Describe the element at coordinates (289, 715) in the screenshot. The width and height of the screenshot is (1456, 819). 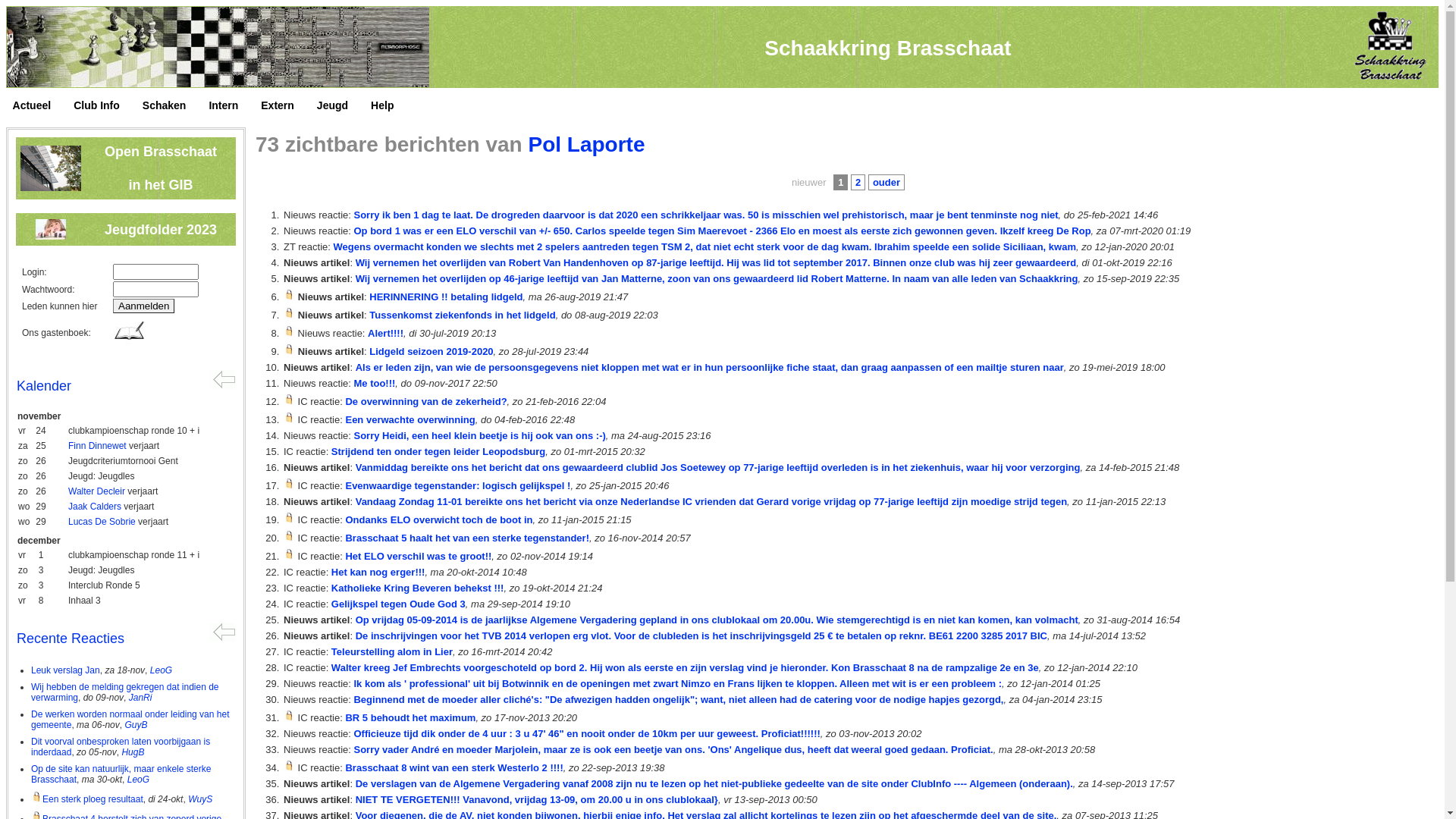
I see `'Enkel zichtbaar voor clubleden'` at that location.